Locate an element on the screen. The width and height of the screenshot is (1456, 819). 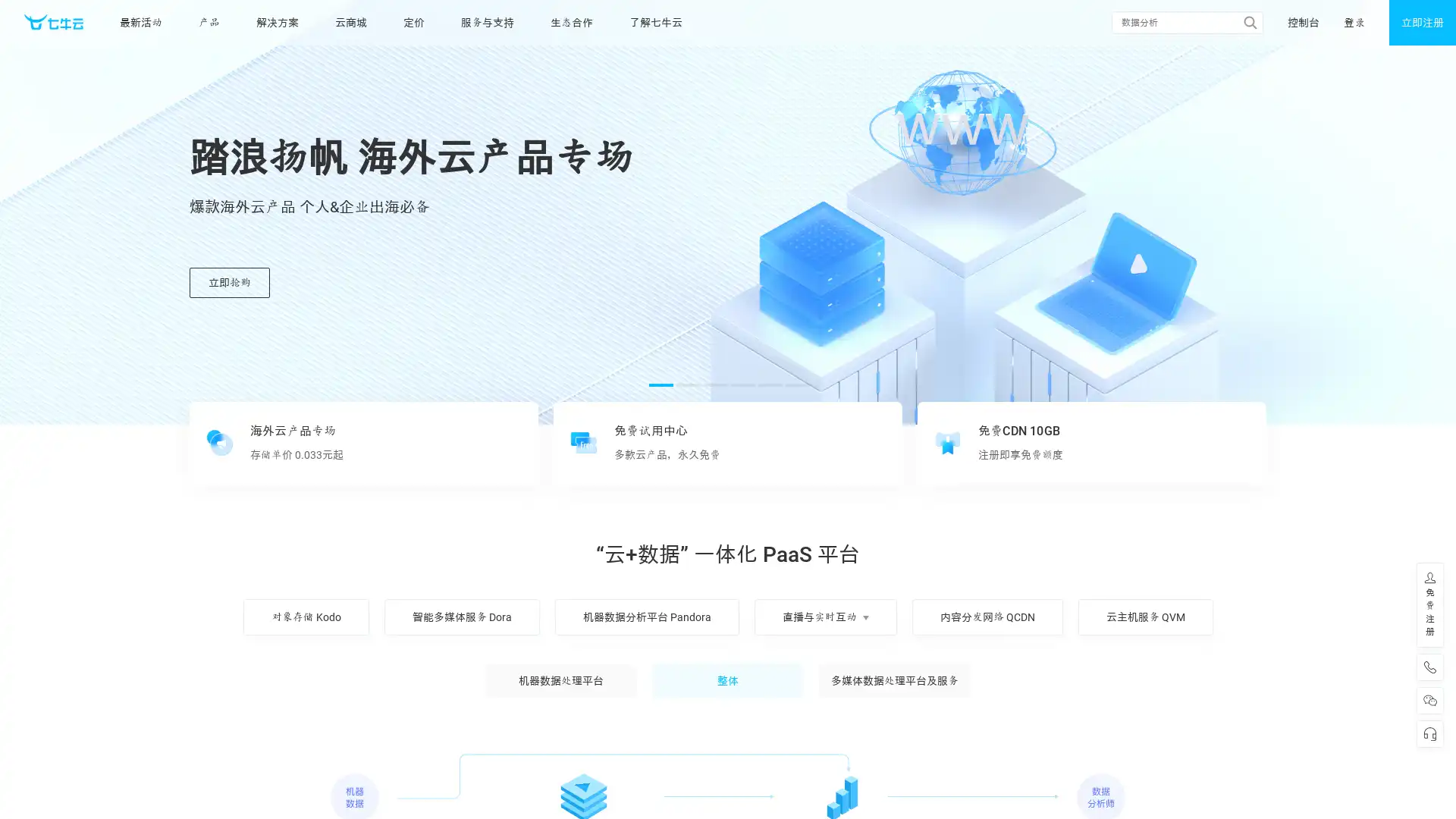
3 is located at coordinates (715, 384).